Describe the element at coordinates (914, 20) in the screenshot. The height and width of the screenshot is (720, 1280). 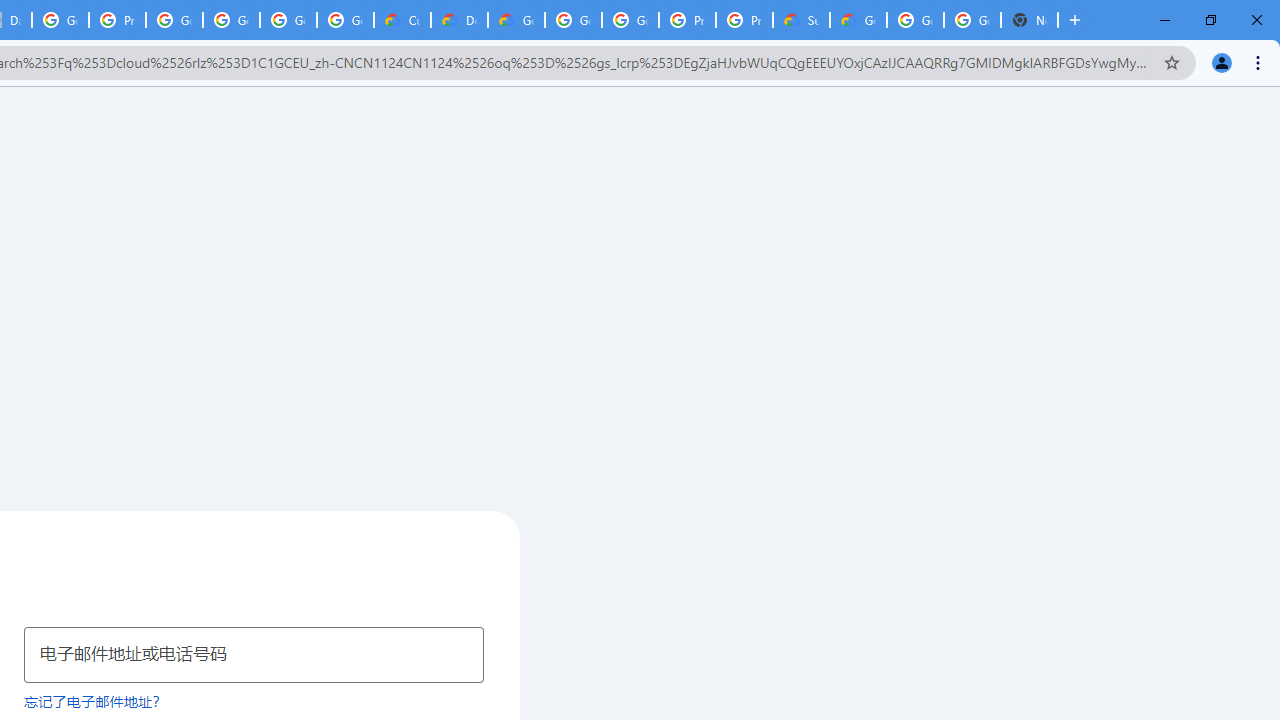
I see `'Google Cloud Platform'` at that location.